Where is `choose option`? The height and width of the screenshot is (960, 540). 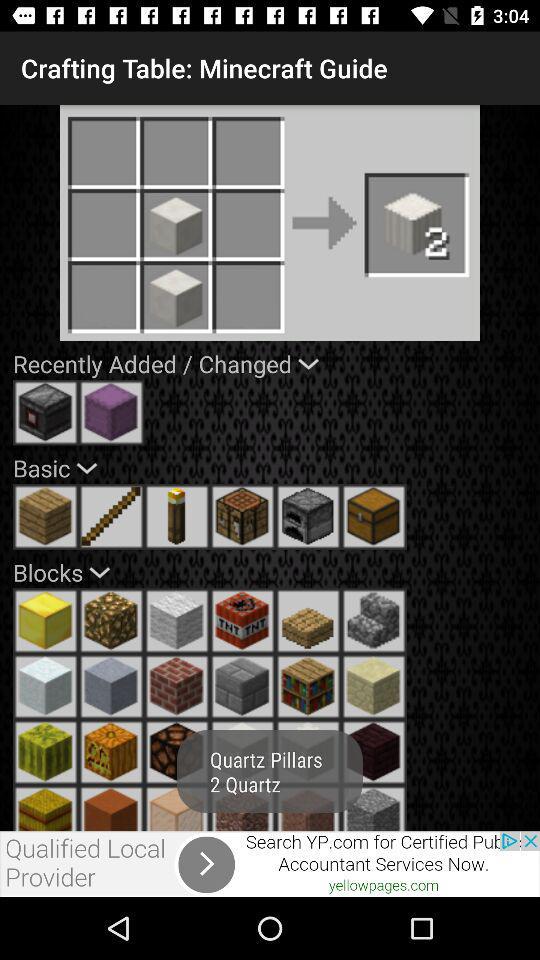 choose option is located at coordinates (45, 411).